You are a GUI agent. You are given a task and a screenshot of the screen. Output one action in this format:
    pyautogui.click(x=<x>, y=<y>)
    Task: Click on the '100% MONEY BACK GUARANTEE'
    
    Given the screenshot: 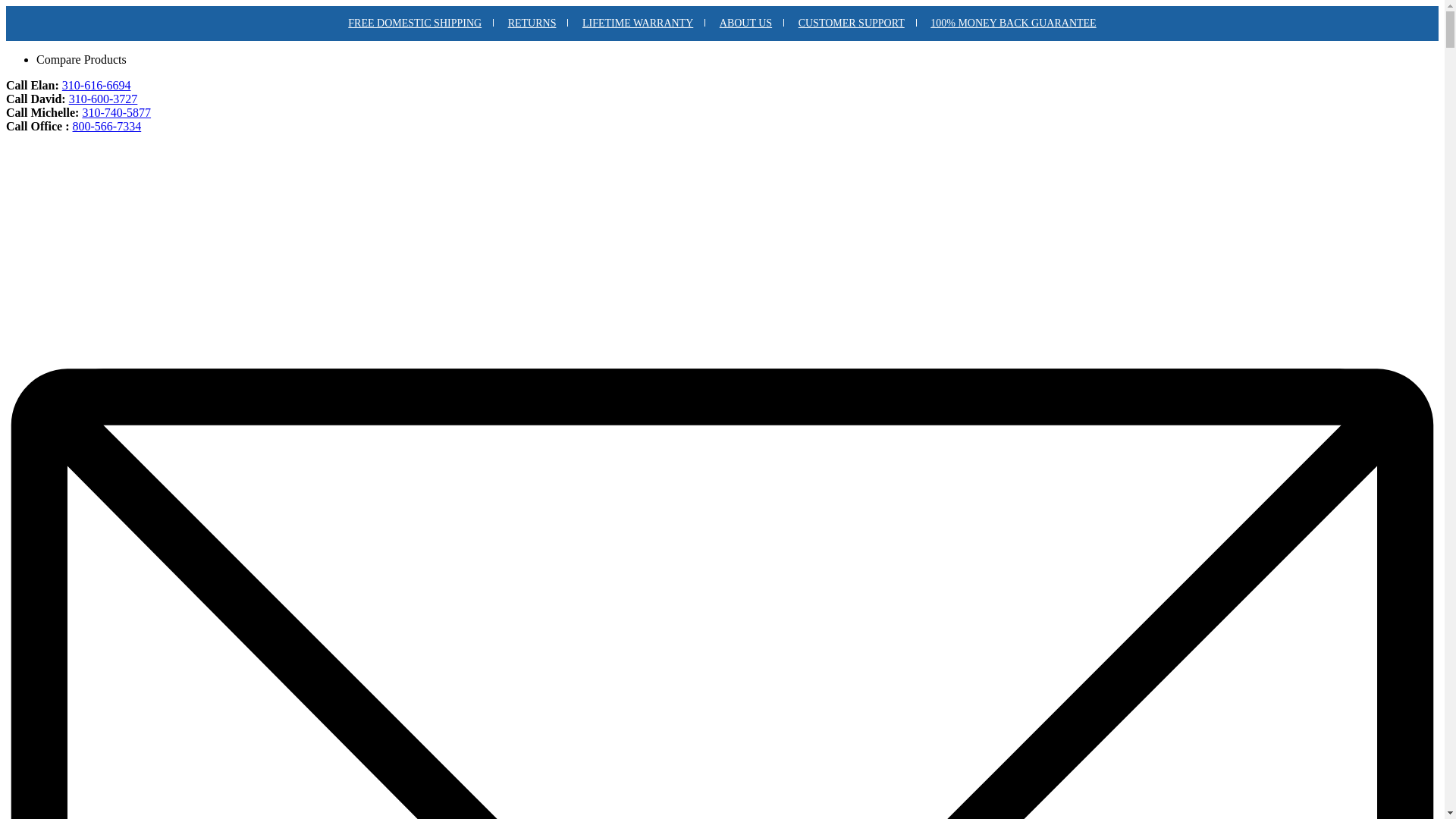 What is the action you would take?
    pyautogui.click(x=918, y=23)
    